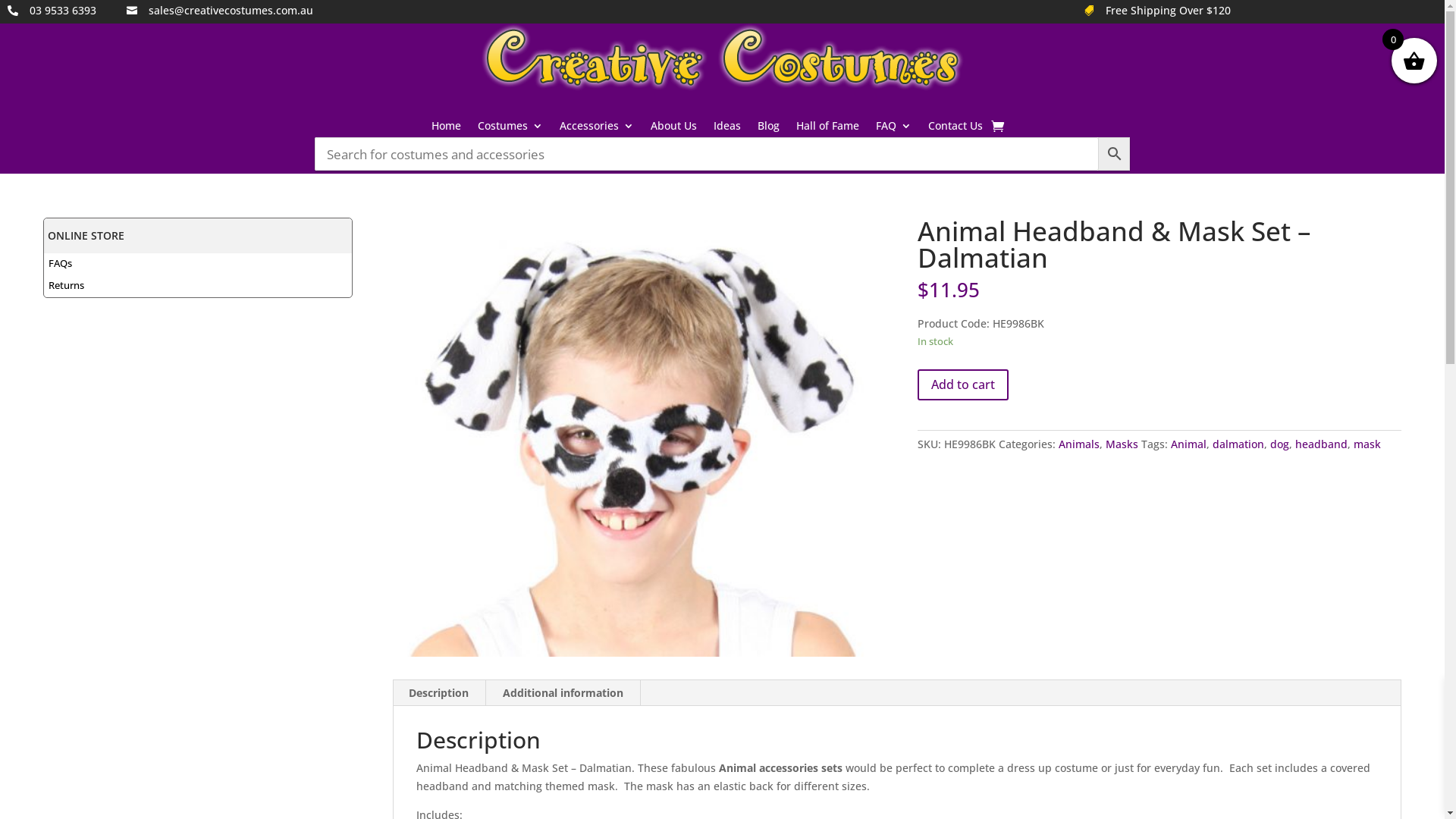 The image size is (1456, 819). What do you see at coordinates (673, 127) in the screenshot?
I see `'About Us'` at bounding box center [673, 127].